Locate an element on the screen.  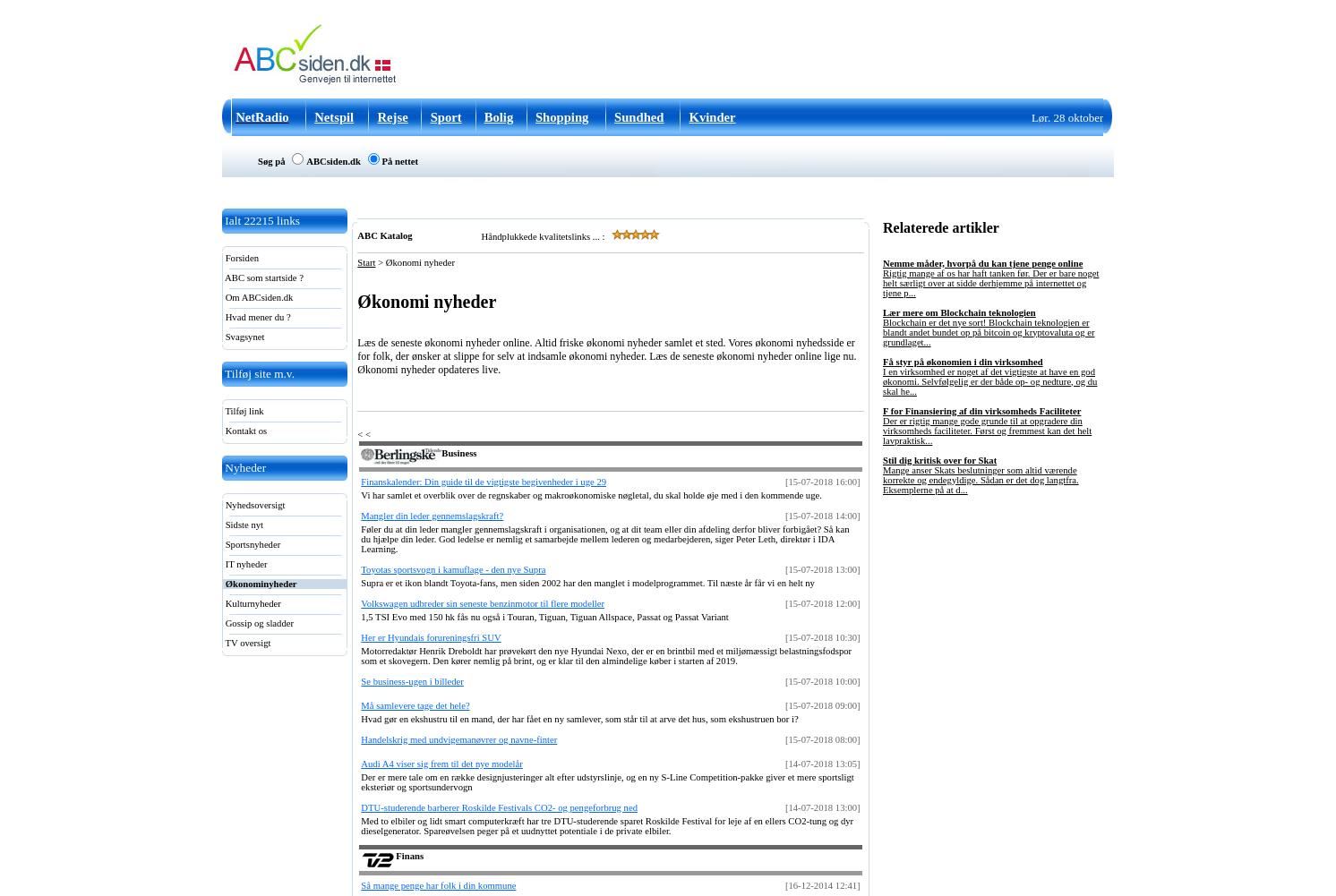
'Med to elbiler og lidt smart computerkræft har tre DTU-studerende sparet Roskilde Festival for leje af en ellers CO2-tung og dyr dieselgenerator. Spareøvelsen peger på et uudnyttet potentiale i de private elbiler.' is located at coordinates (606, 825).